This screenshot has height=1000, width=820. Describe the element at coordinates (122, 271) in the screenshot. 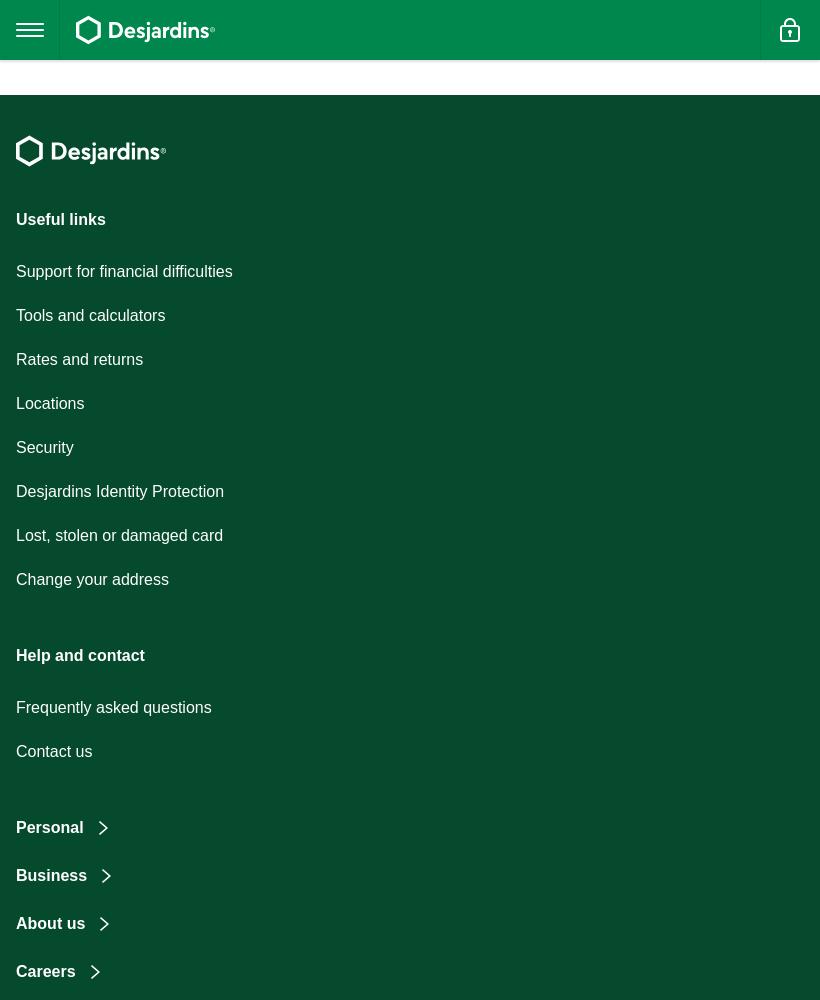

I see `'Support for financial difficulties'` at that location.